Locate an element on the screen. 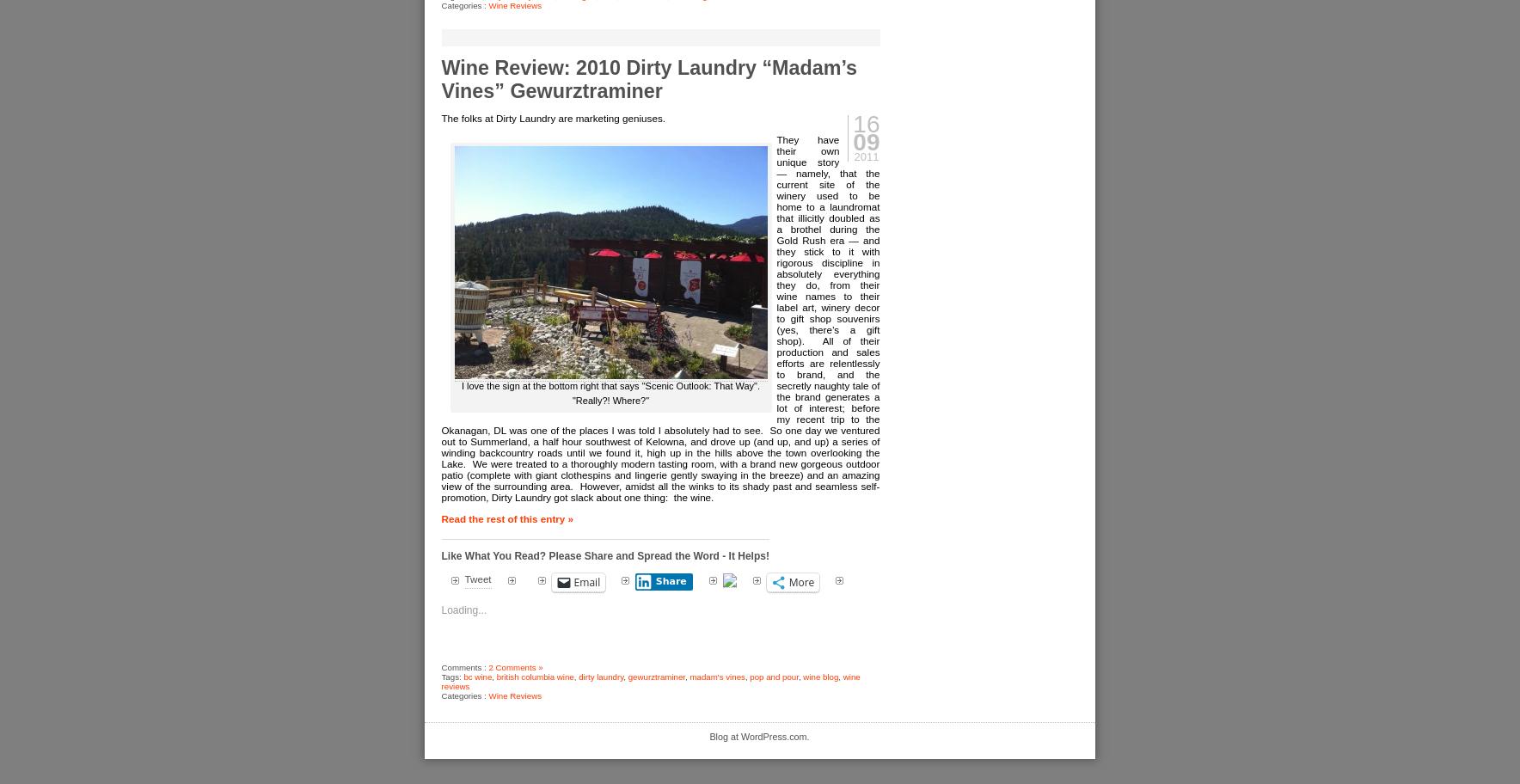 This screenshot has height=784, width=1520. 'gewurztraminer' is located at coordinates (656, 677).